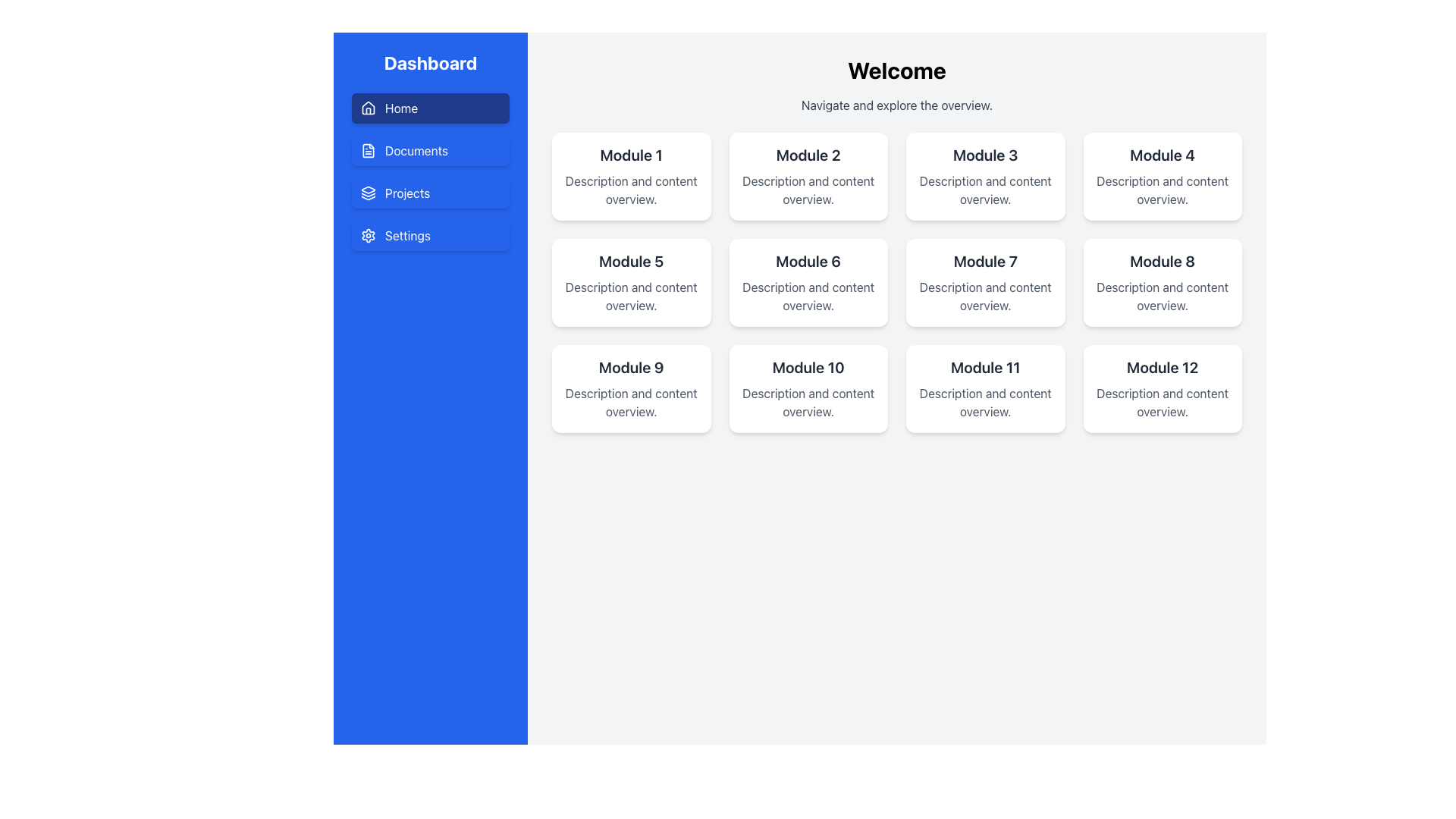 Image resolution: width=1456 pixels, height=819 pixels. What do you see at coordinates (808, 260) in the screenshot?
I see `the text label that reads 'Module 6', which is styled in a bold font and located in the second card of the second row in a 4x3 grid layout` at bounding box center [808, 260].